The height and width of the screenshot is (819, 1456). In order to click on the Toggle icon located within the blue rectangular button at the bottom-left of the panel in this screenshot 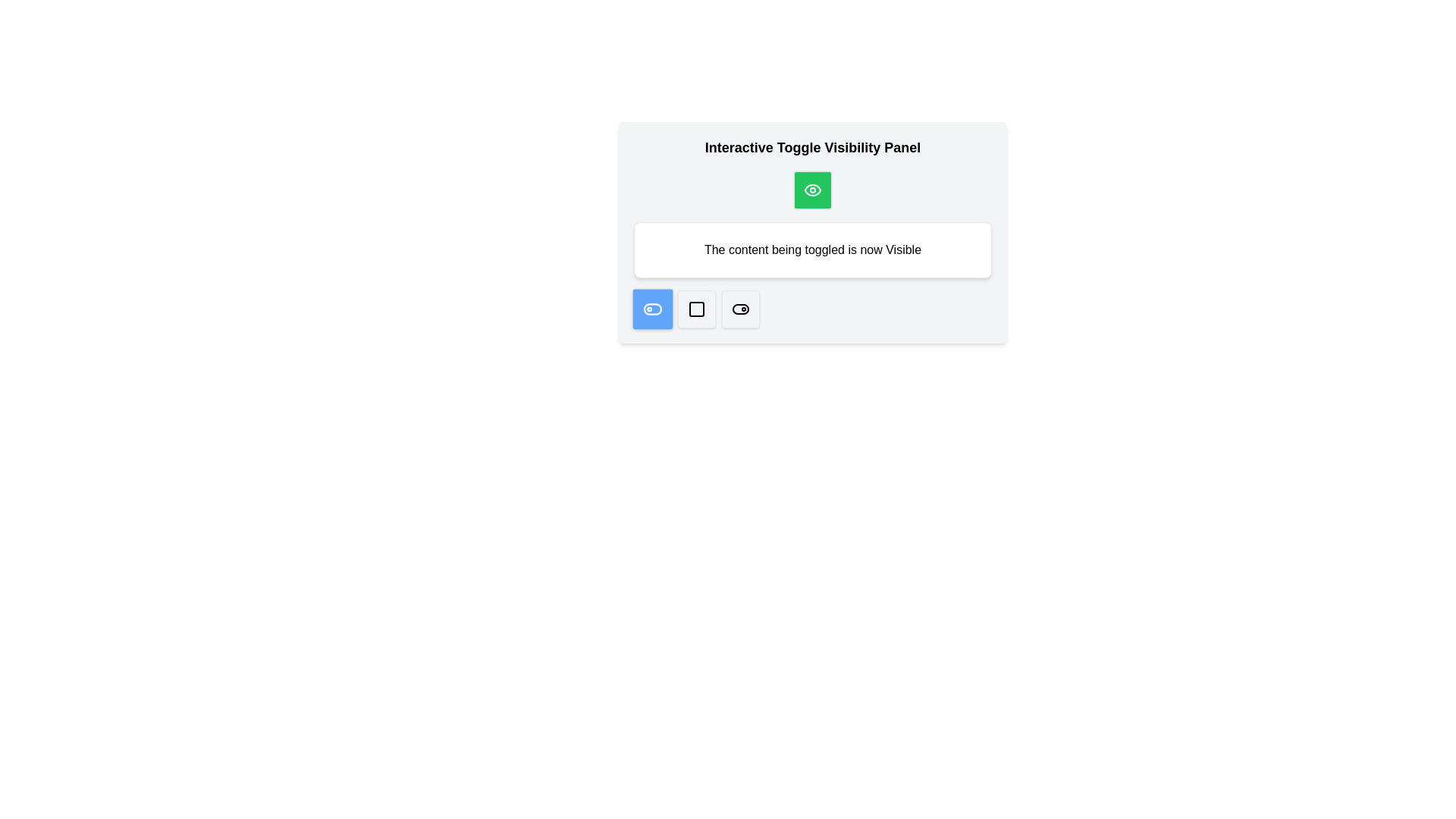, I will do `click(652, 309)`.